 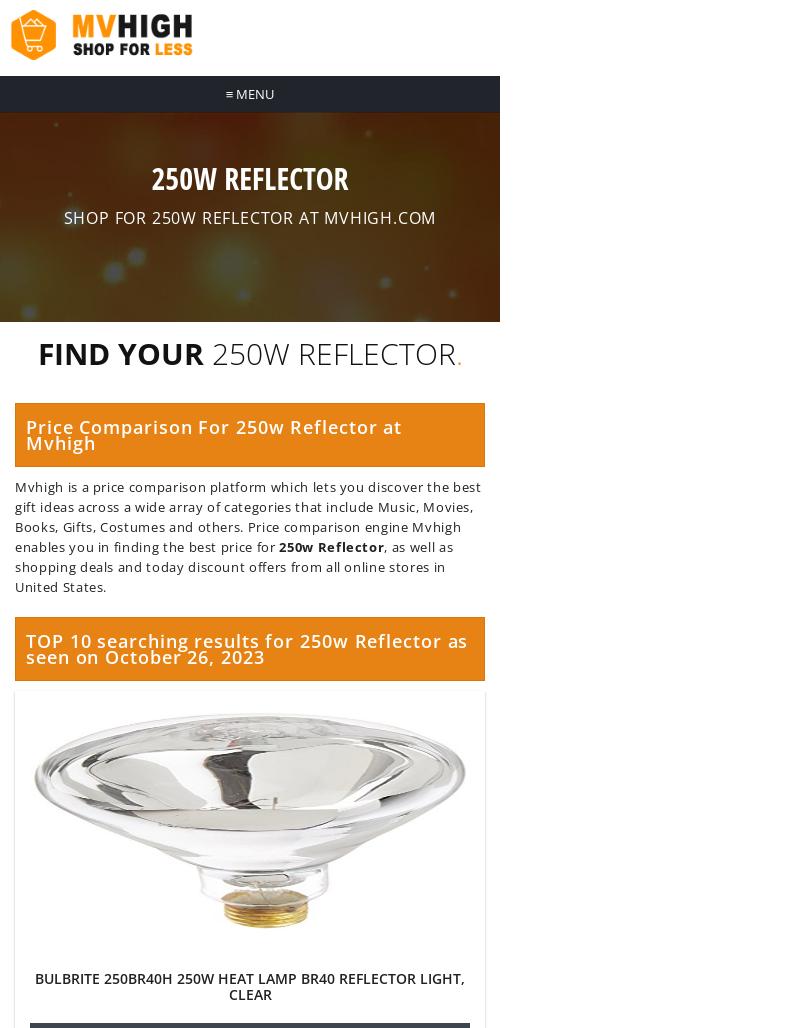 I want to click on ', as well as shopping deals and today discount offers from all online stores in United States.', so click(x=234, y=567).